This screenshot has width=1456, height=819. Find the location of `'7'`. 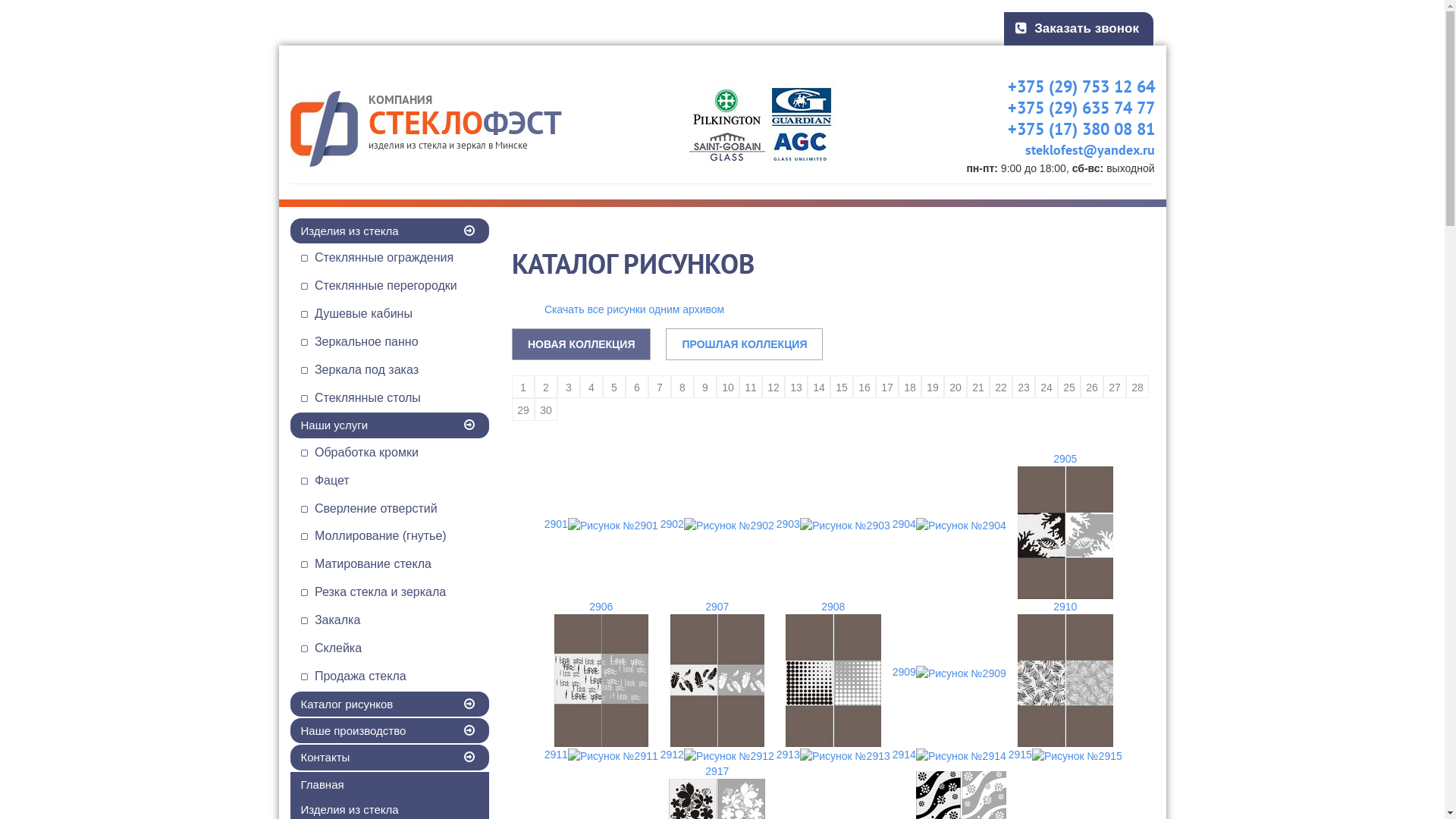

'7' is located at coordinates (659, 385).